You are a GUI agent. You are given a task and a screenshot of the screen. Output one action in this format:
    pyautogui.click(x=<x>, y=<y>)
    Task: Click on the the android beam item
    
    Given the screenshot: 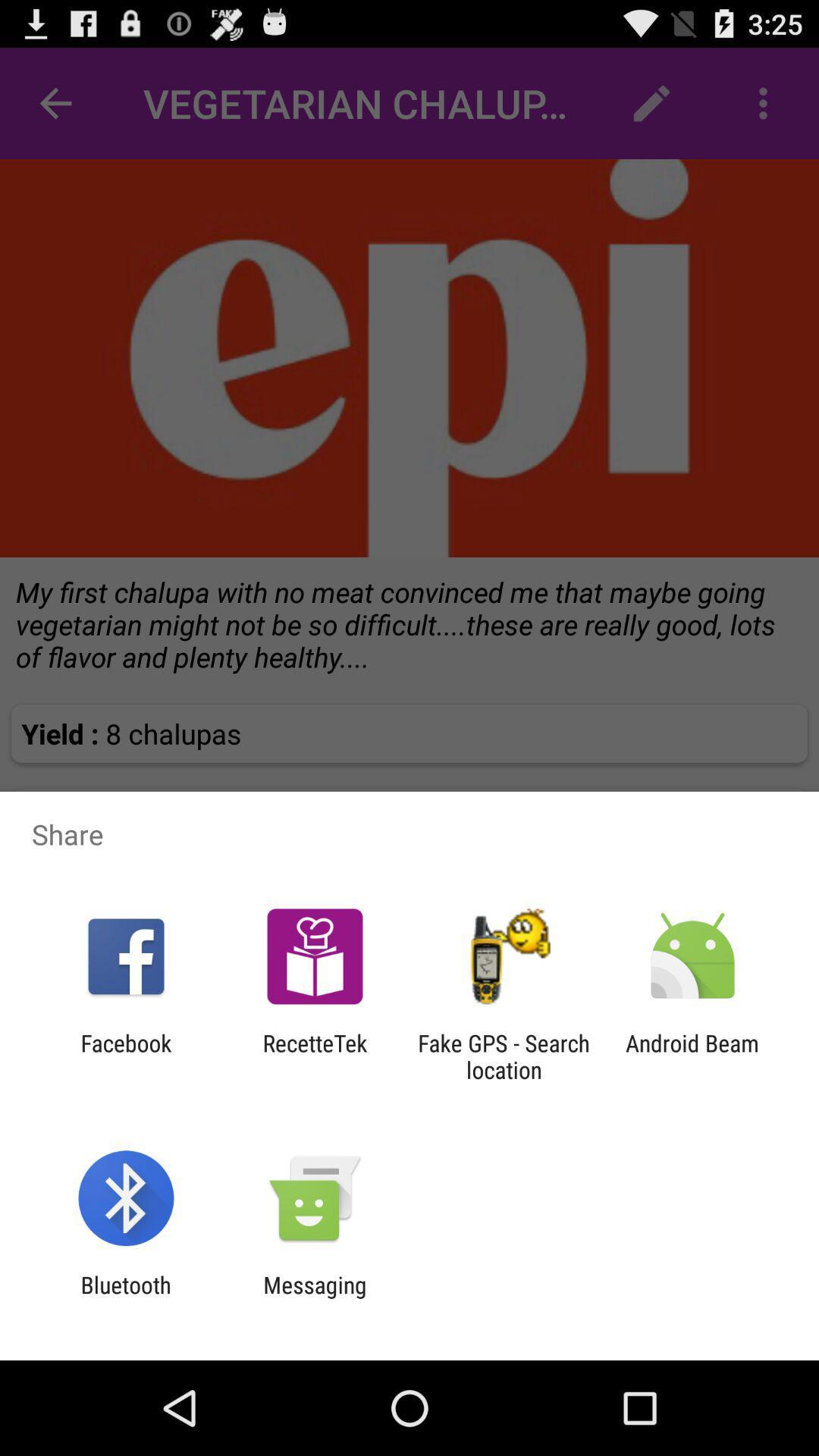 What is the action you would take?
    pyautogui.click(x=692, y=1056)
    